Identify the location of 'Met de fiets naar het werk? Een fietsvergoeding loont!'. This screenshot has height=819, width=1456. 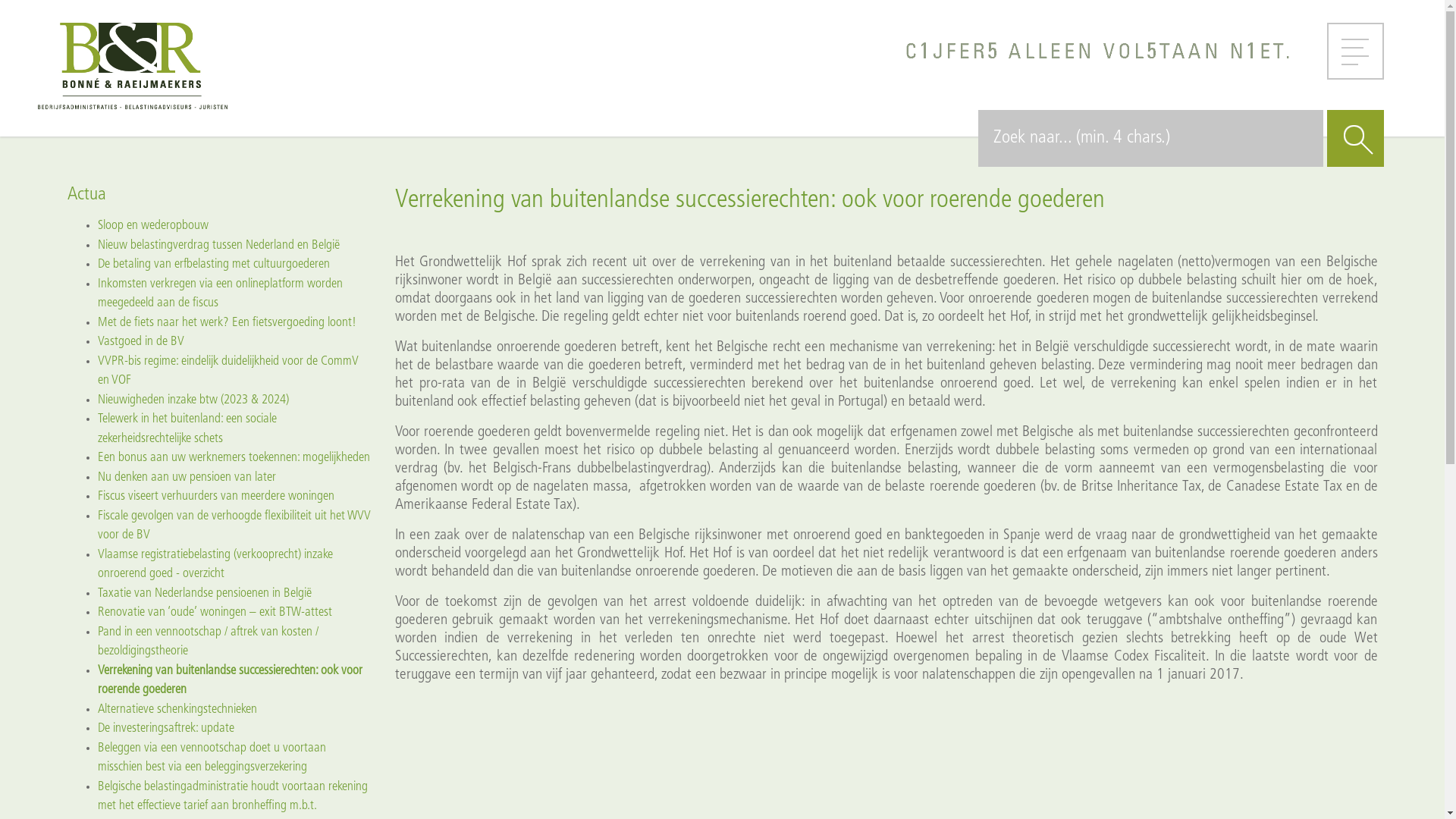
(225, 321).